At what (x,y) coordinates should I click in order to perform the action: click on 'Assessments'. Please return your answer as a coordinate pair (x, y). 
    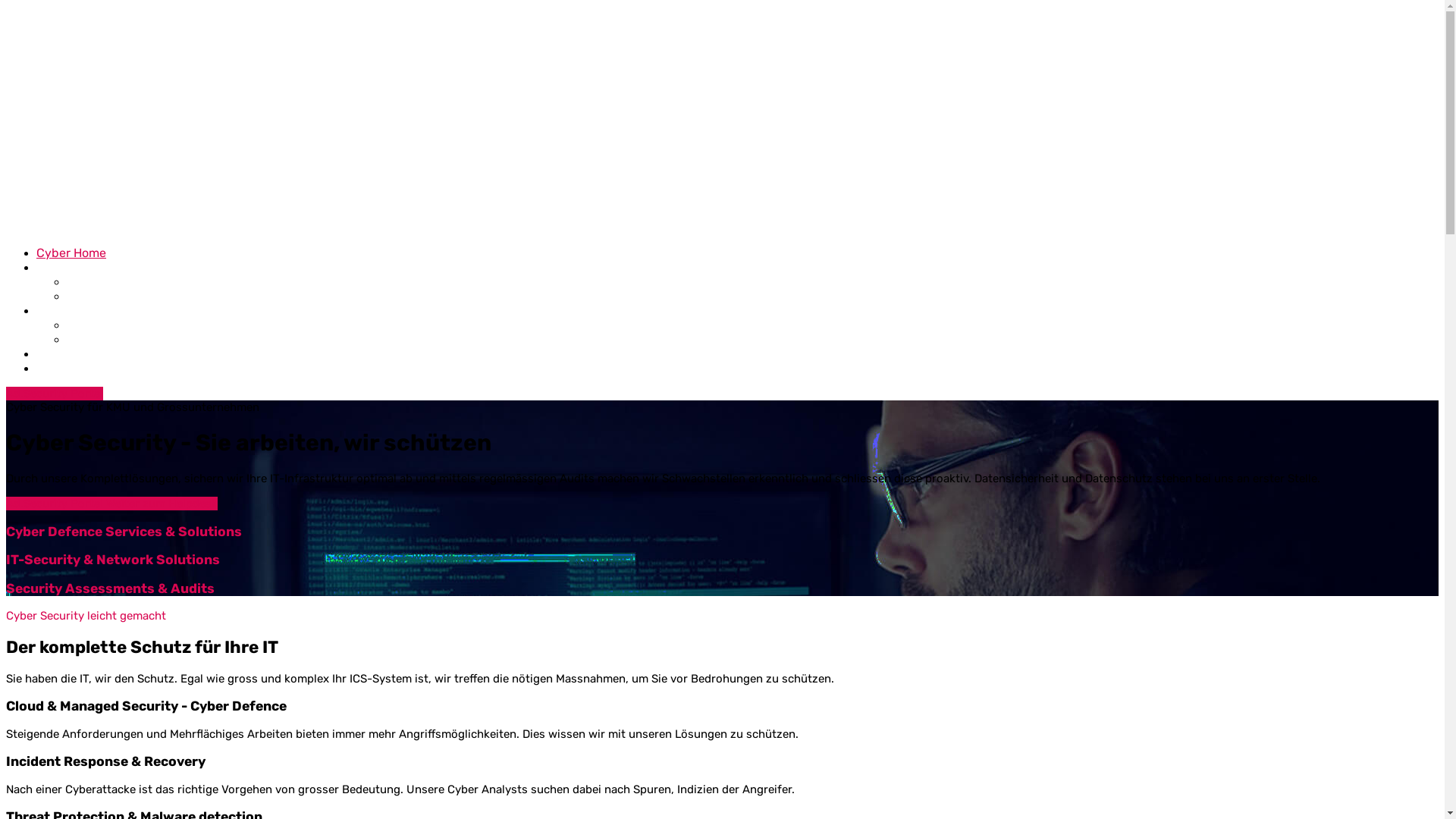
    Looking at the image, I should click on (65, 281).